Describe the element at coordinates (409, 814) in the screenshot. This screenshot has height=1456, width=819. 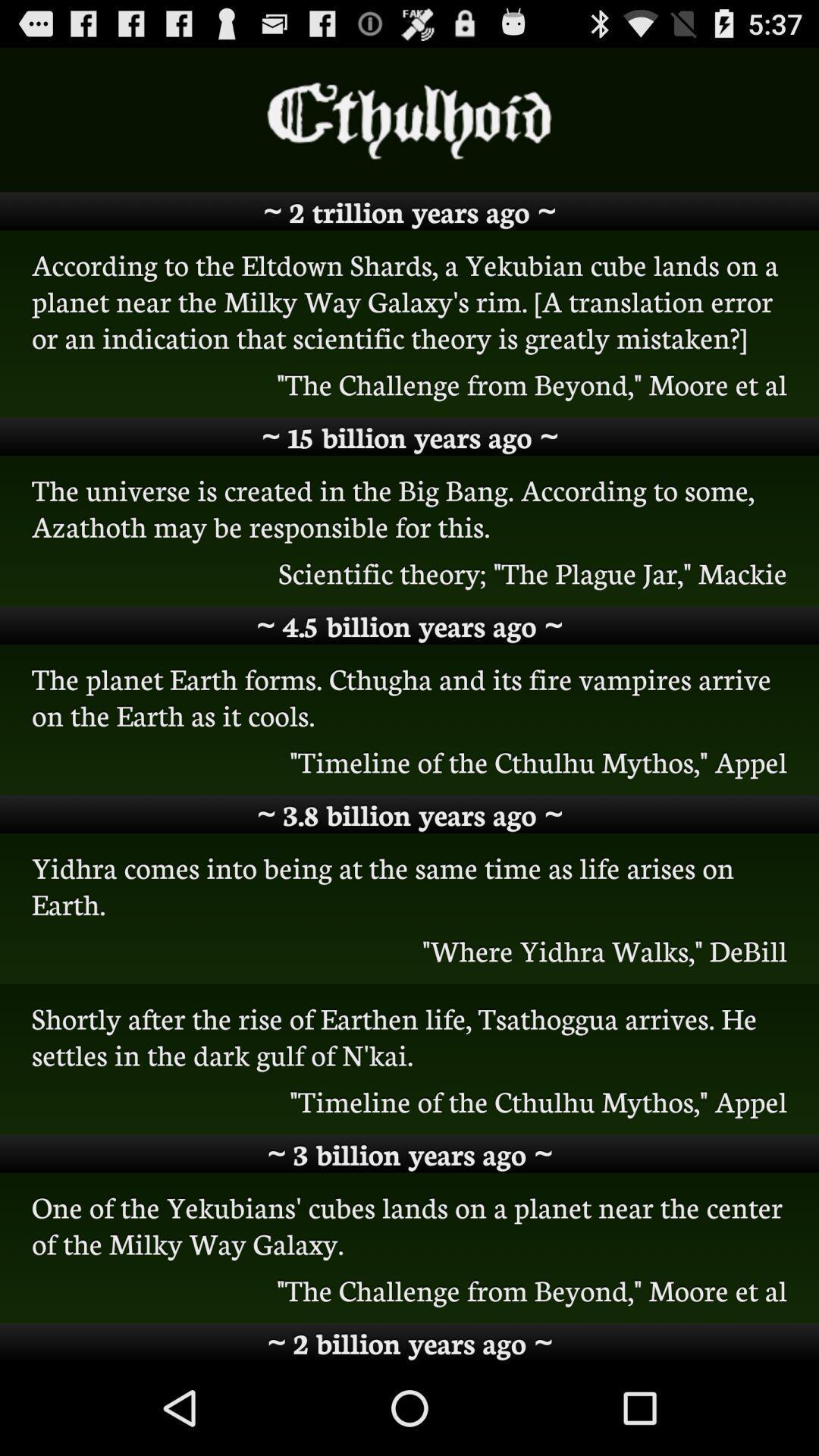
I see `the icon above yidhra comes into` at that location.